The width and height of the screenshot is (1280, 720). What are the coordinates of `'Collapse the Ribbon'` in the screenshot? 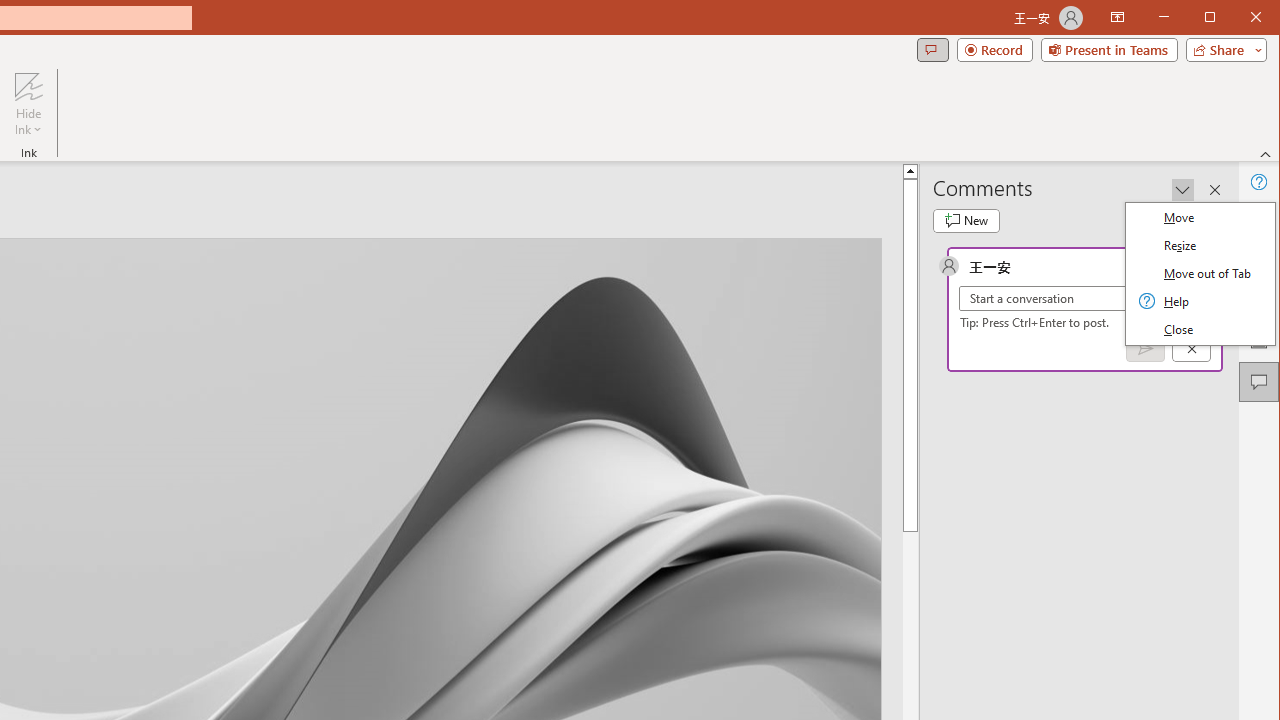 It's located at (1265, 153).